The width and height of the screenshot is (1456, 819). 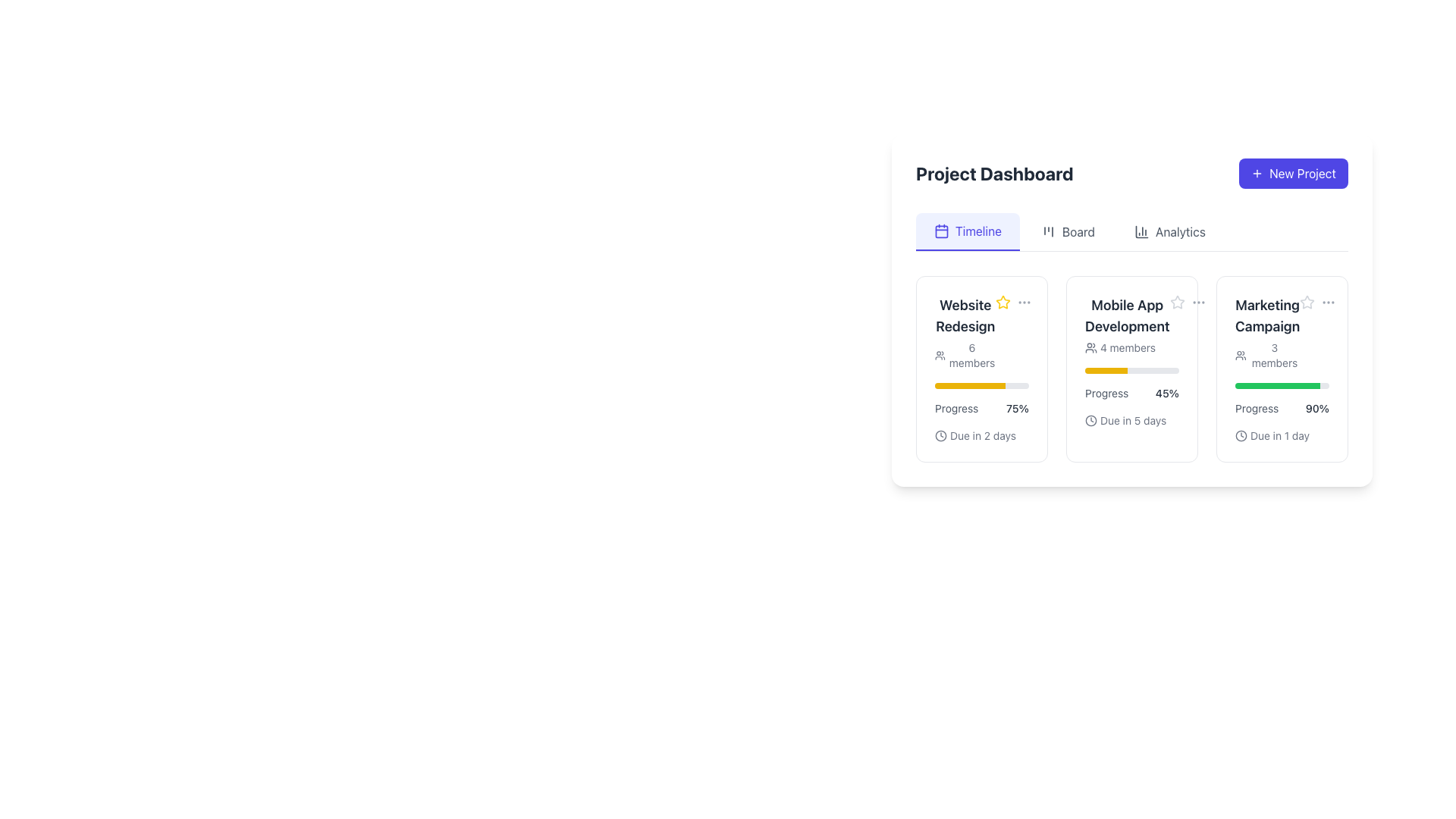 What do you see at coordinates (1018, 408) in the screenshot?
I see `the Text Label that indicates the progress percentage for the 'Website Redesign' task, located next to the yellow progress bar under the label 'Progress'` at bounding box center [1018, 408].